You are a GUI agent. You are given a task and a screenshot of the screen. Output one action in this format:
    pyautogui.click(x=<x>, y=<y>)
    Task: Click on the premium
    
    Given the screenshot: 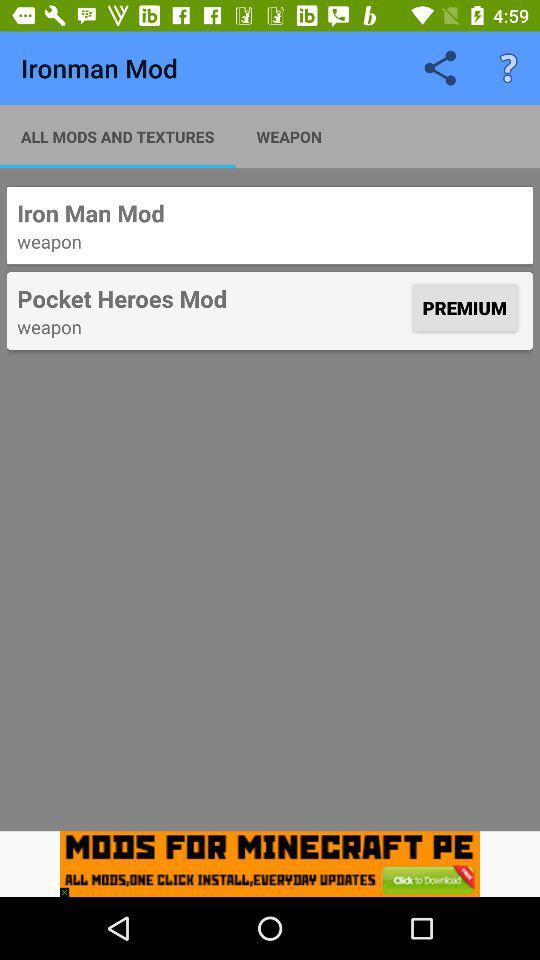 What is the action you would take?
    pyautogui.click(x=464, y=307)
    